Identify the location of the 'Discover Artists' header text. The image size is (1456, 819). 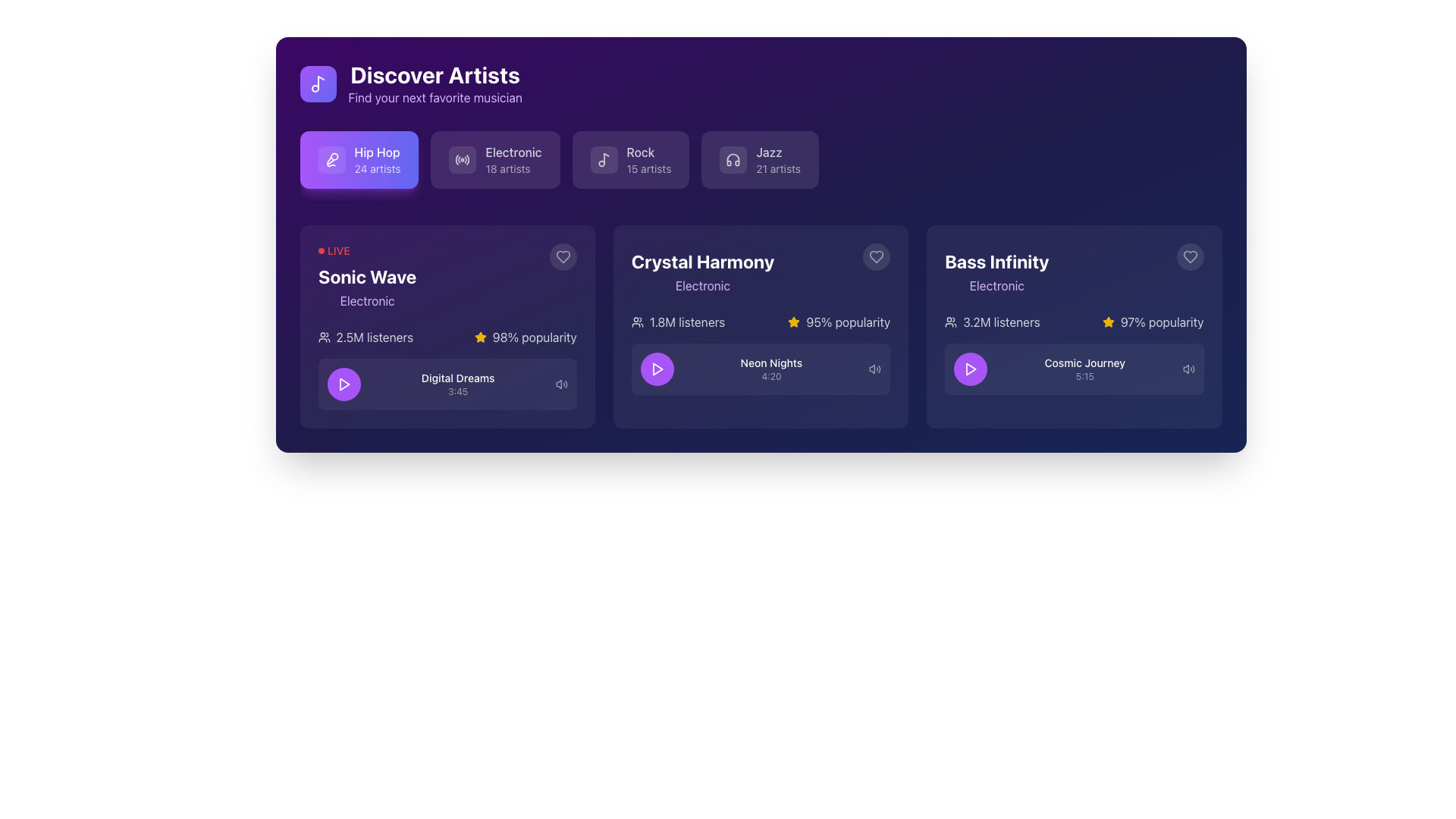
(411, 84).